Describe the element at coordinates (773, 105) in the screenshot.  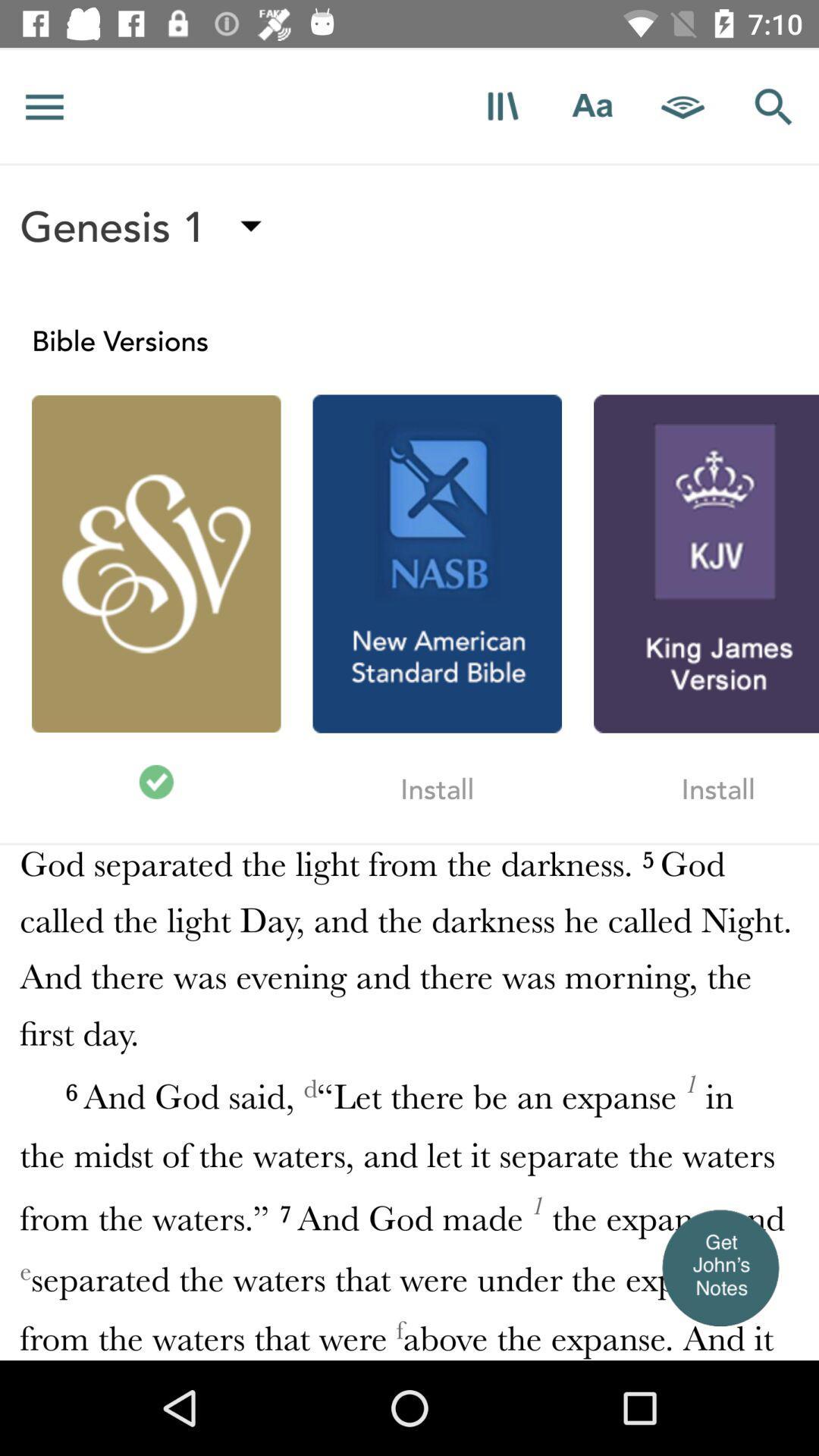
I see `search` at that location.